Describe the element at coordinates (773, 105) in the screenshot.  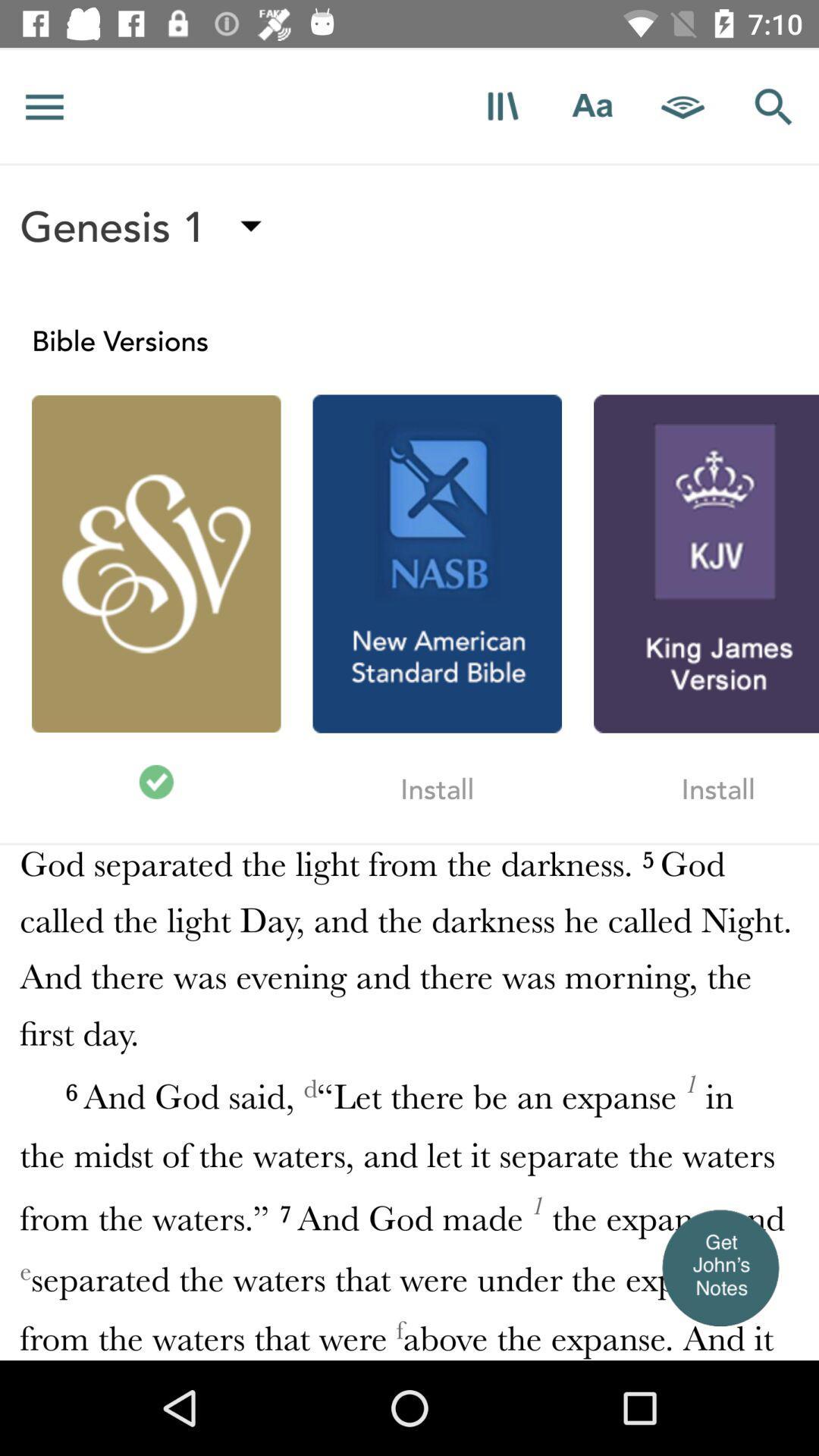
I see `search` at that location.